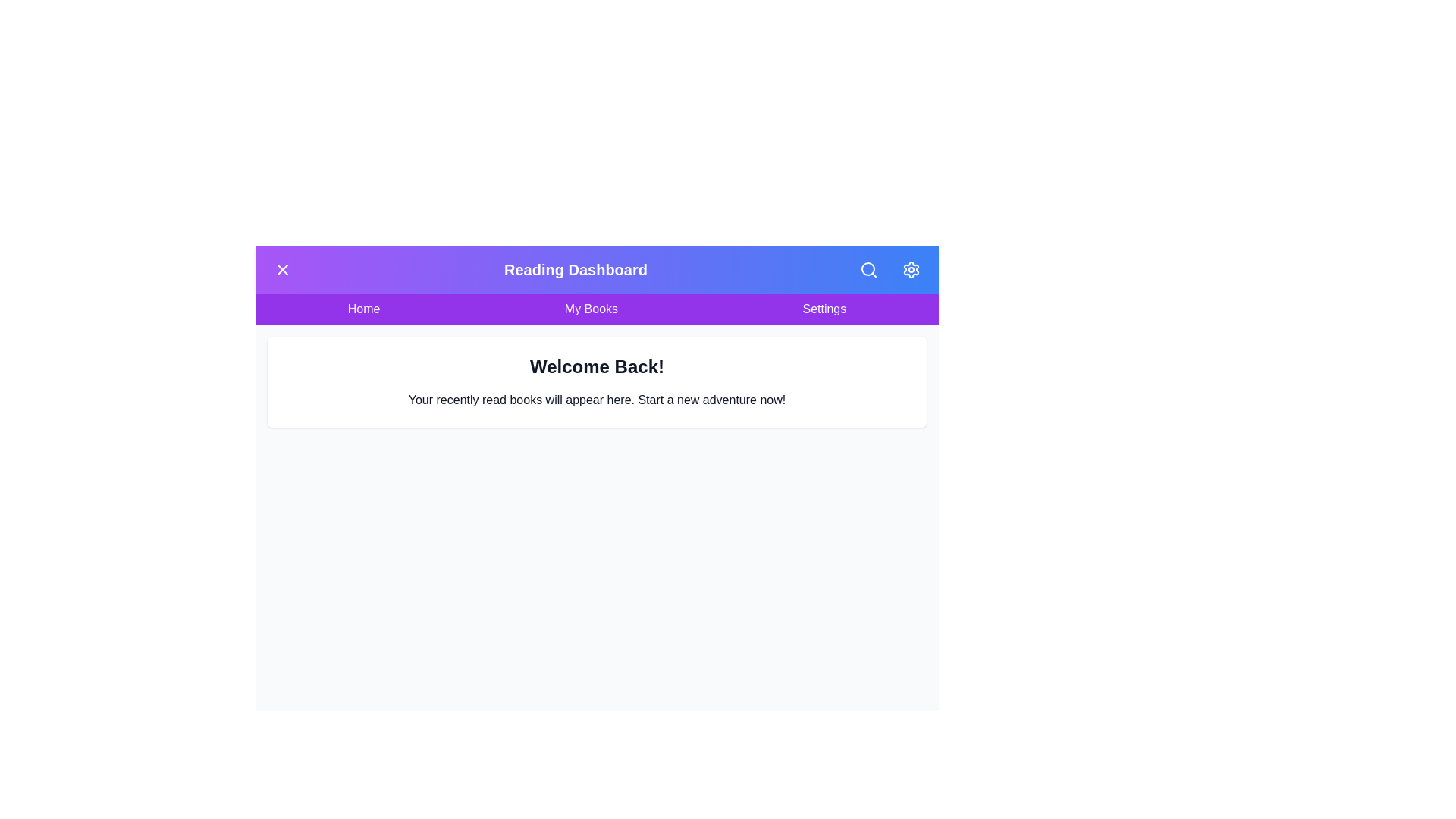 The height and width of the screenshot is (819, 1456). What do you see at coordinates (869, 268) in the screenshot?
I see `the search button to access the search functionality` at bounding box center [869, 268].